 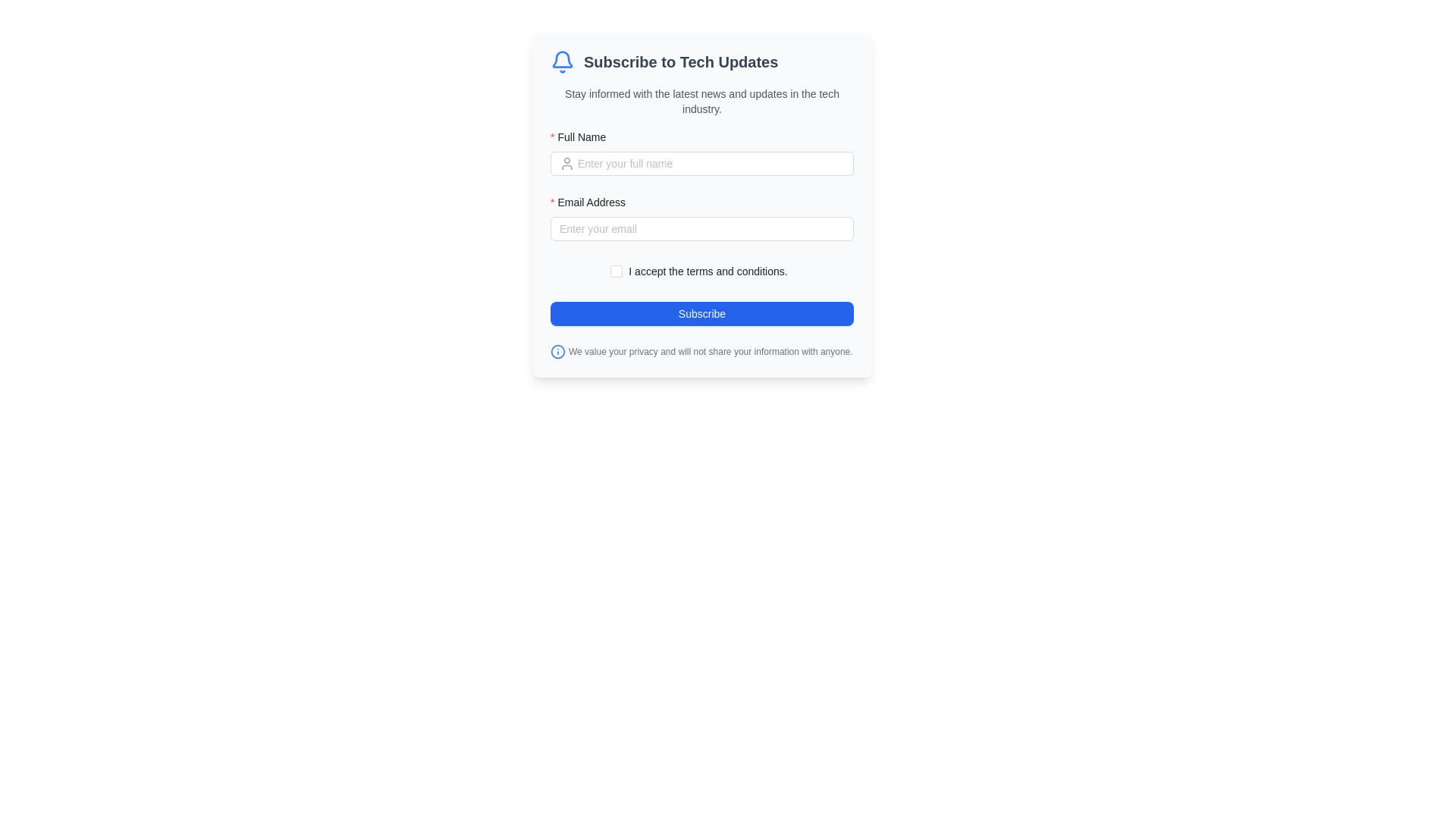 I want to click on the hyperlink associated with the checkbox that allows users to agree to the terms and conditions before subscribing, so click(x=701, y=271).